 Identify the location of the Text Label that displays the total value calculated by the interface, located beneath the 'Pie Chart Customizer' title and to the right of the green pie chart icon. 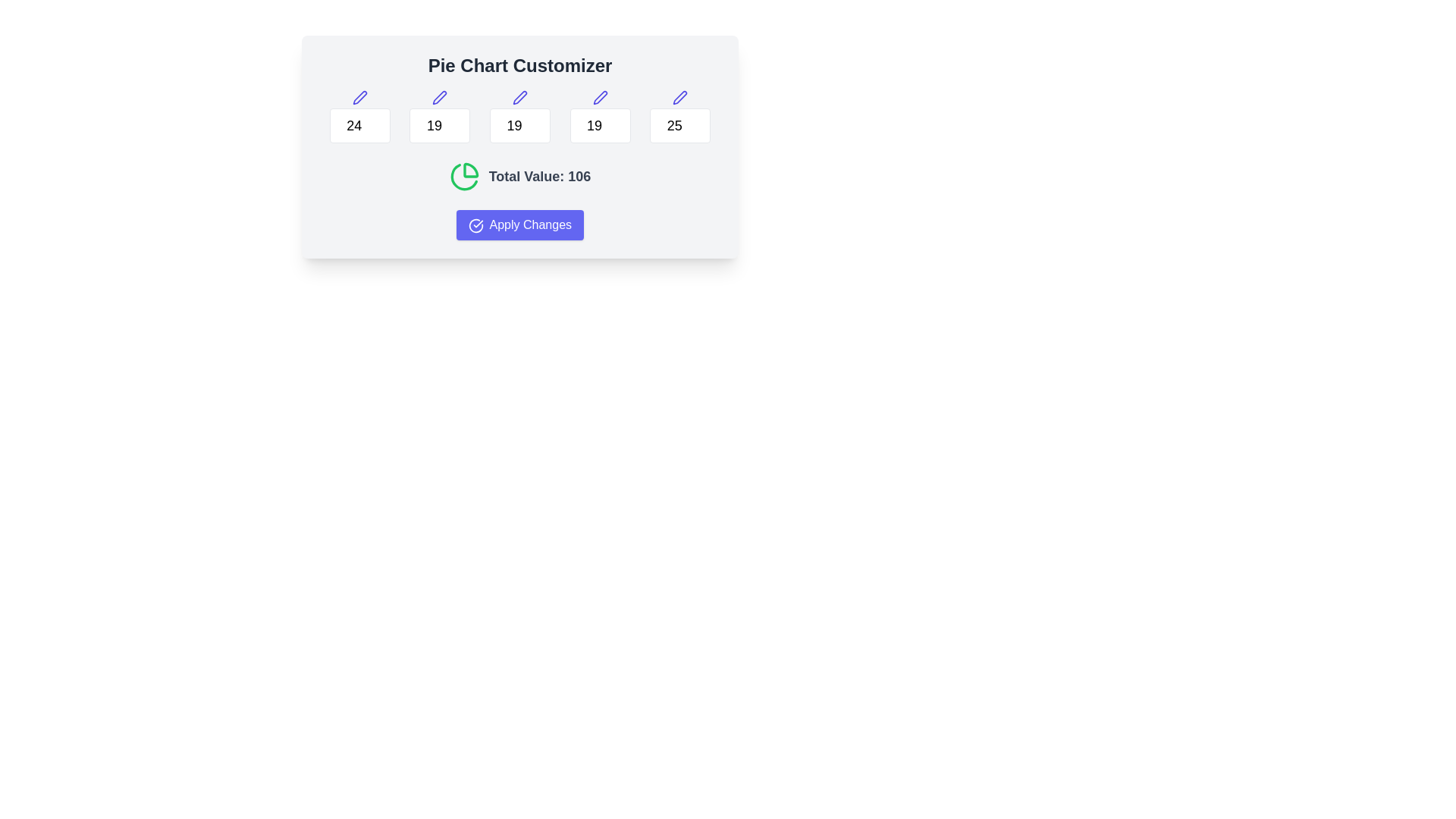
(539, 175).